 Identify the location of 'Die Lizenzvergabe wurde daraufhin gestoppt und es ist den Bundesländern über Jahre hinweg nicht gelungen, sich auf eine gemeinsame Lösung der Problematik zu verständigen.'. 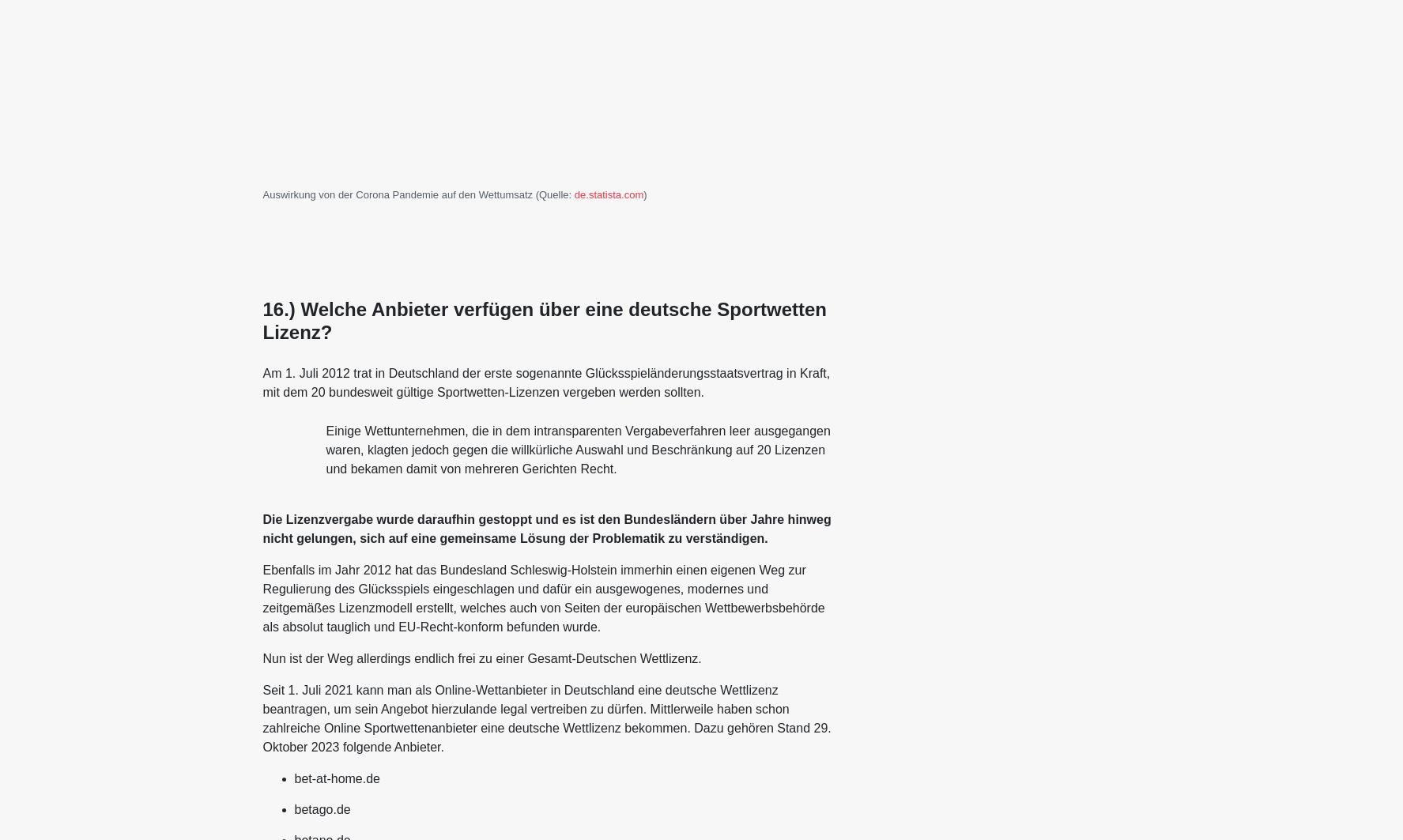
(545, 527).